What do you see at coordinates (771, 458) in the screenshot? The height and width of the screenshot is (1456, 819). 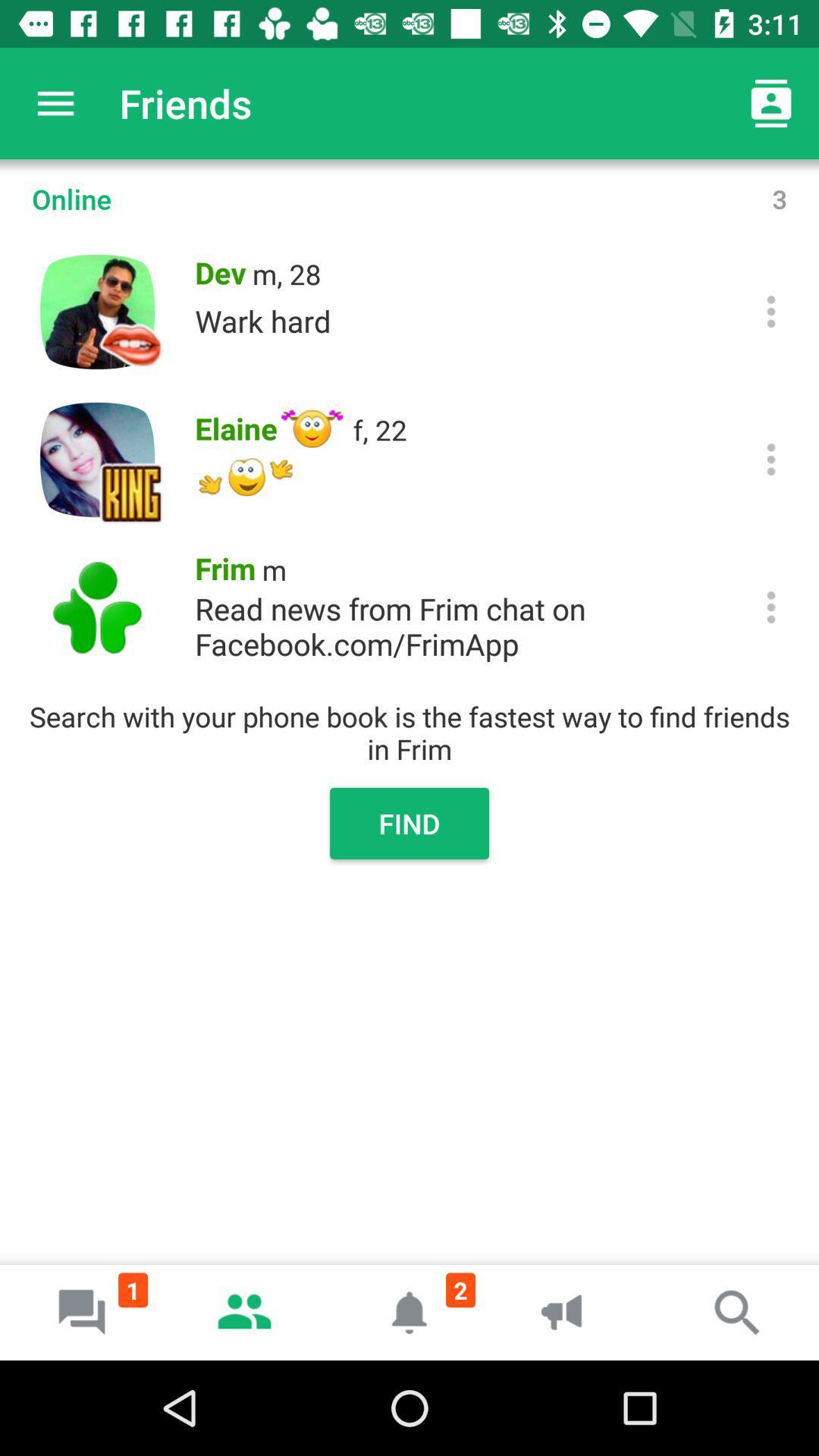 I see `more information gathering` at bounding box center [771, 458].